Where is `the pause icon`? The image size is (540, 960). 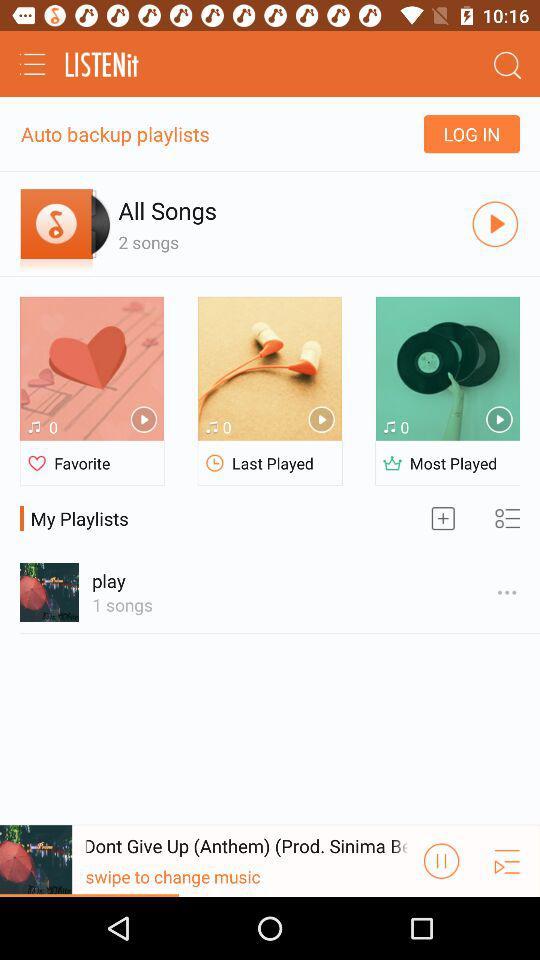 the pause icon is located at coordinates (441, 921).